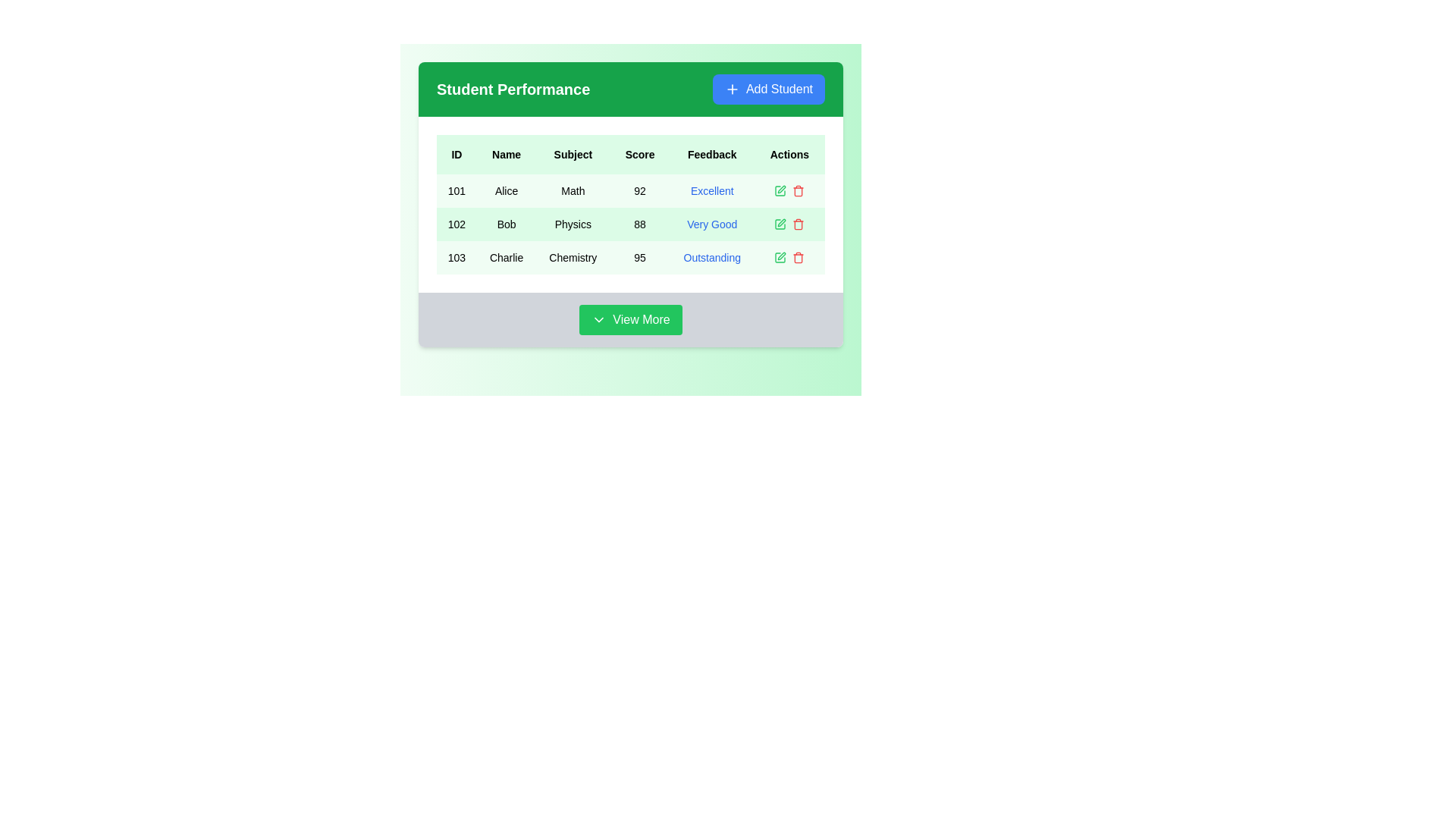 The image size is (1456, 819). I want to click on the pencil-like icon in the 'Actions' column of the last row corresponding to 'Charlie' and 'Outstanding' feedback, so click(782, 256).